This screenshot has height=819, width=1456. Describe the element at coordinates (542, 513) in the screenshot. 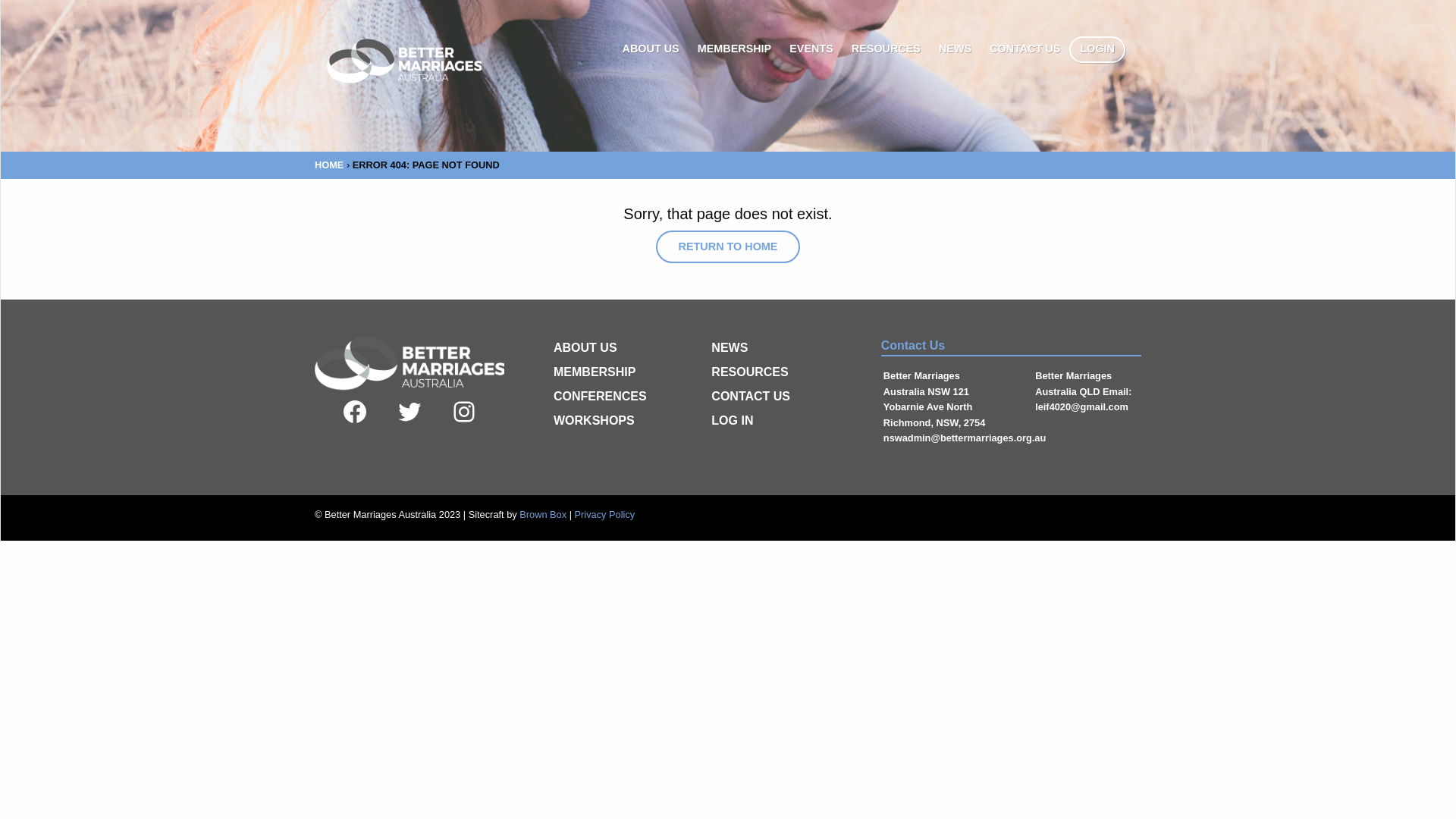

I see `'Brown Box'` at that location.